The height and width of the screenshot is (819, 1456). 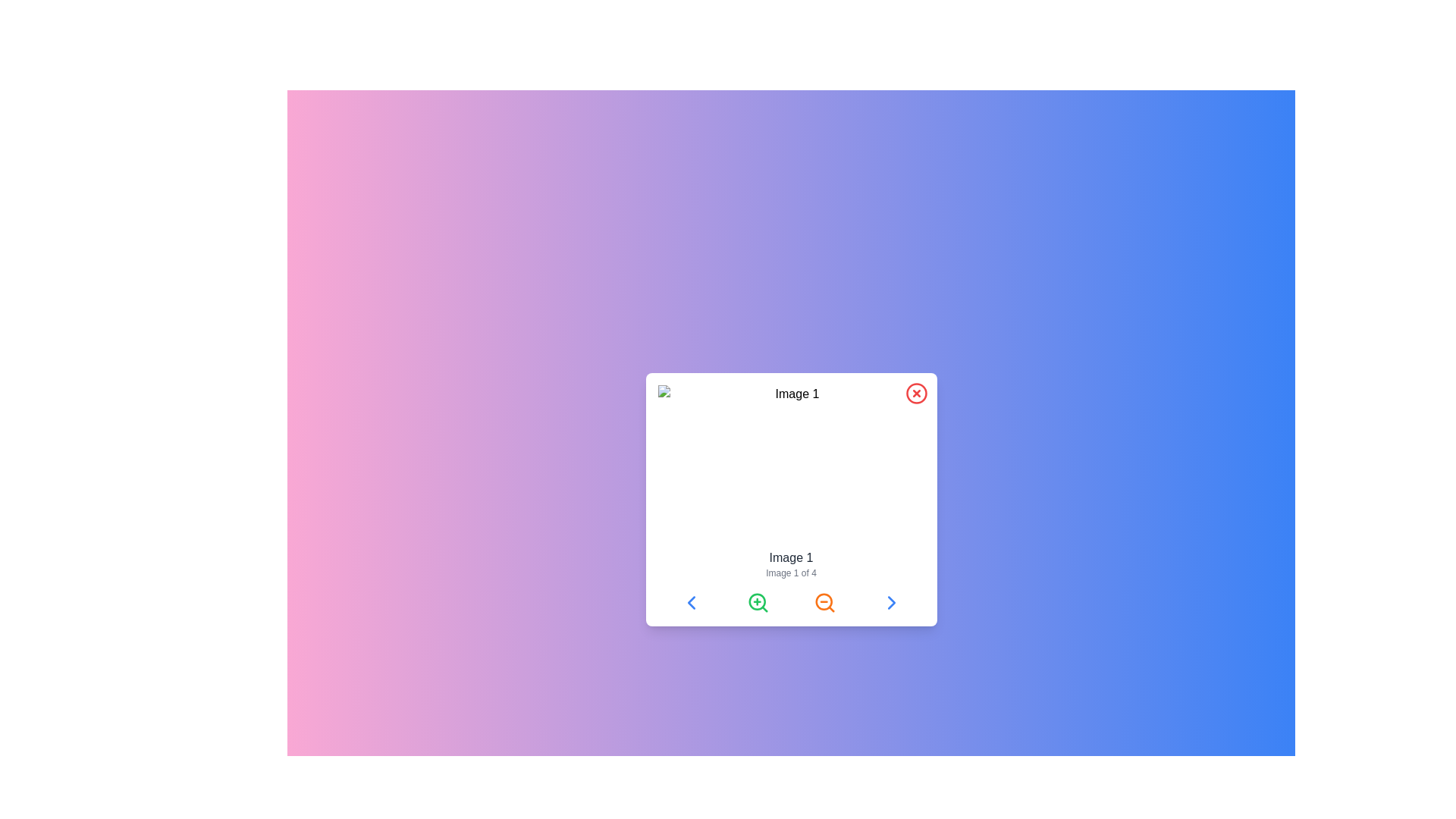 What do you see at coordinates (690, 601) in the screenshot?
I see `the navigation icon located near the left-bottom side of the modal area` at bounding box center [690, 601].